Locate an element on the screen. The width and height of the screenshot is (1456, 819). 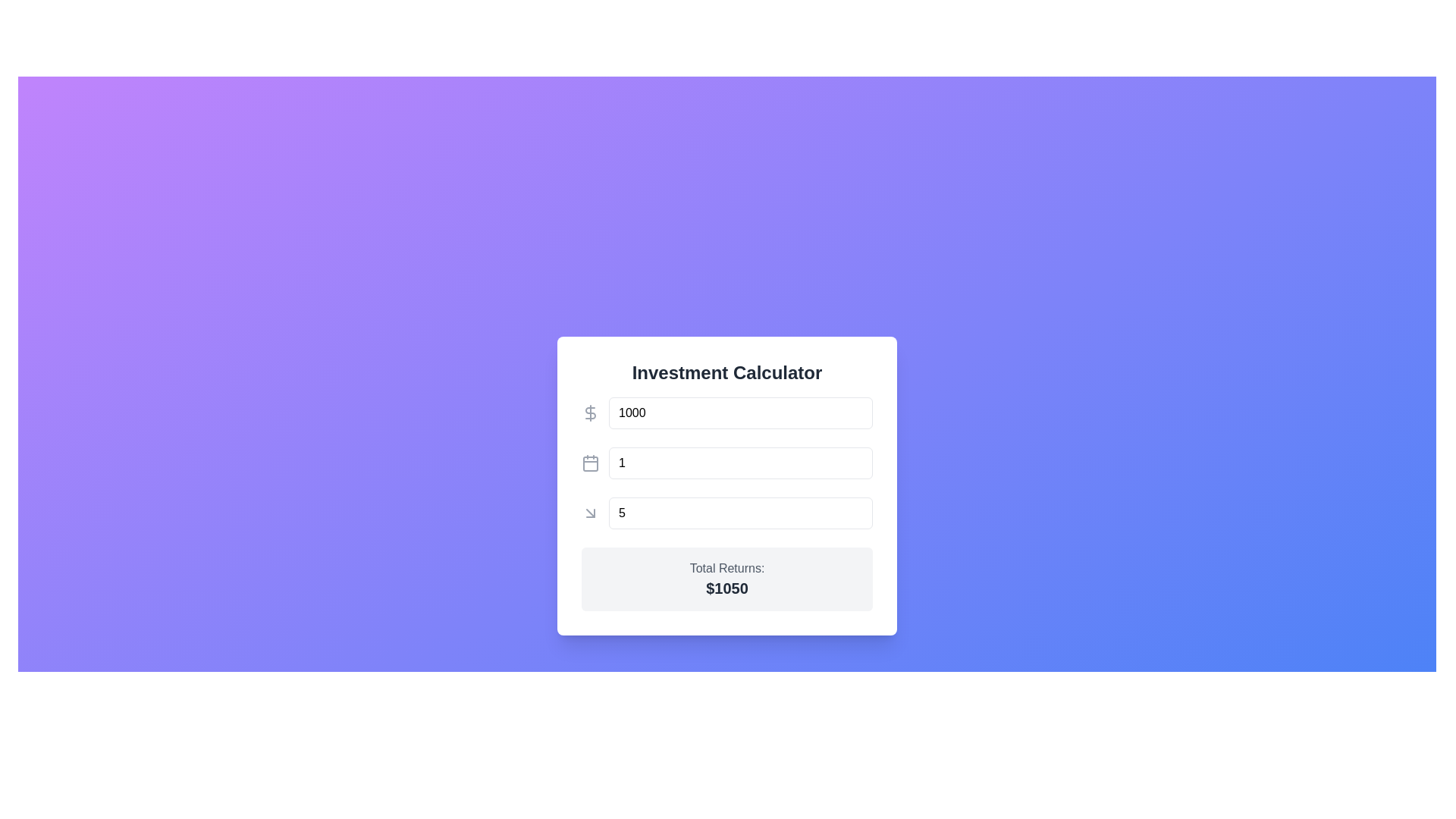
the non-interactive text label element that displays 'Total Returns:' within a light-gray rectangular card is located at coordinates (726, 568).